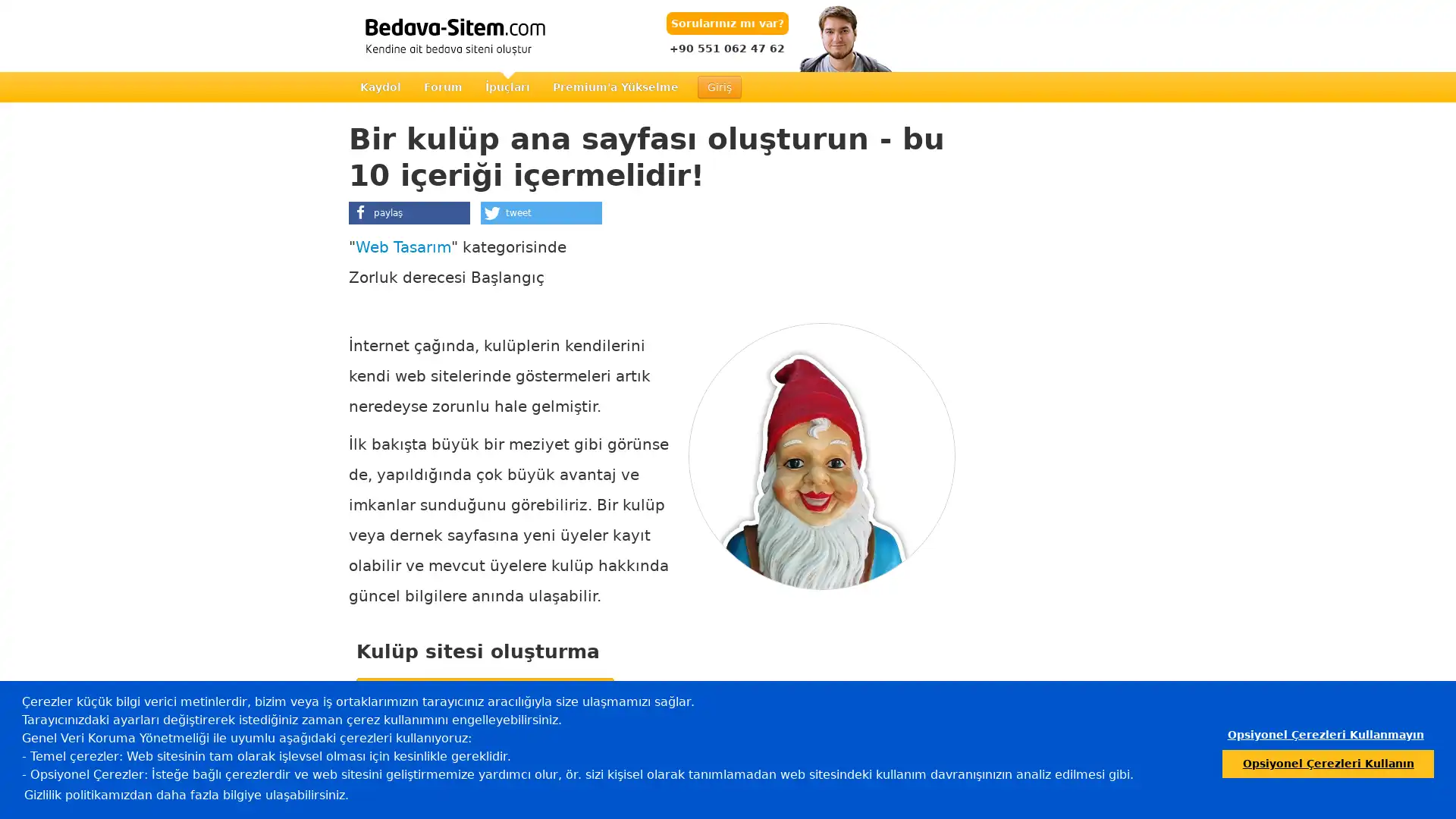  Describe the element at coordinates (1327, 763) in the screenshot. I see `allow cookies` at that location.